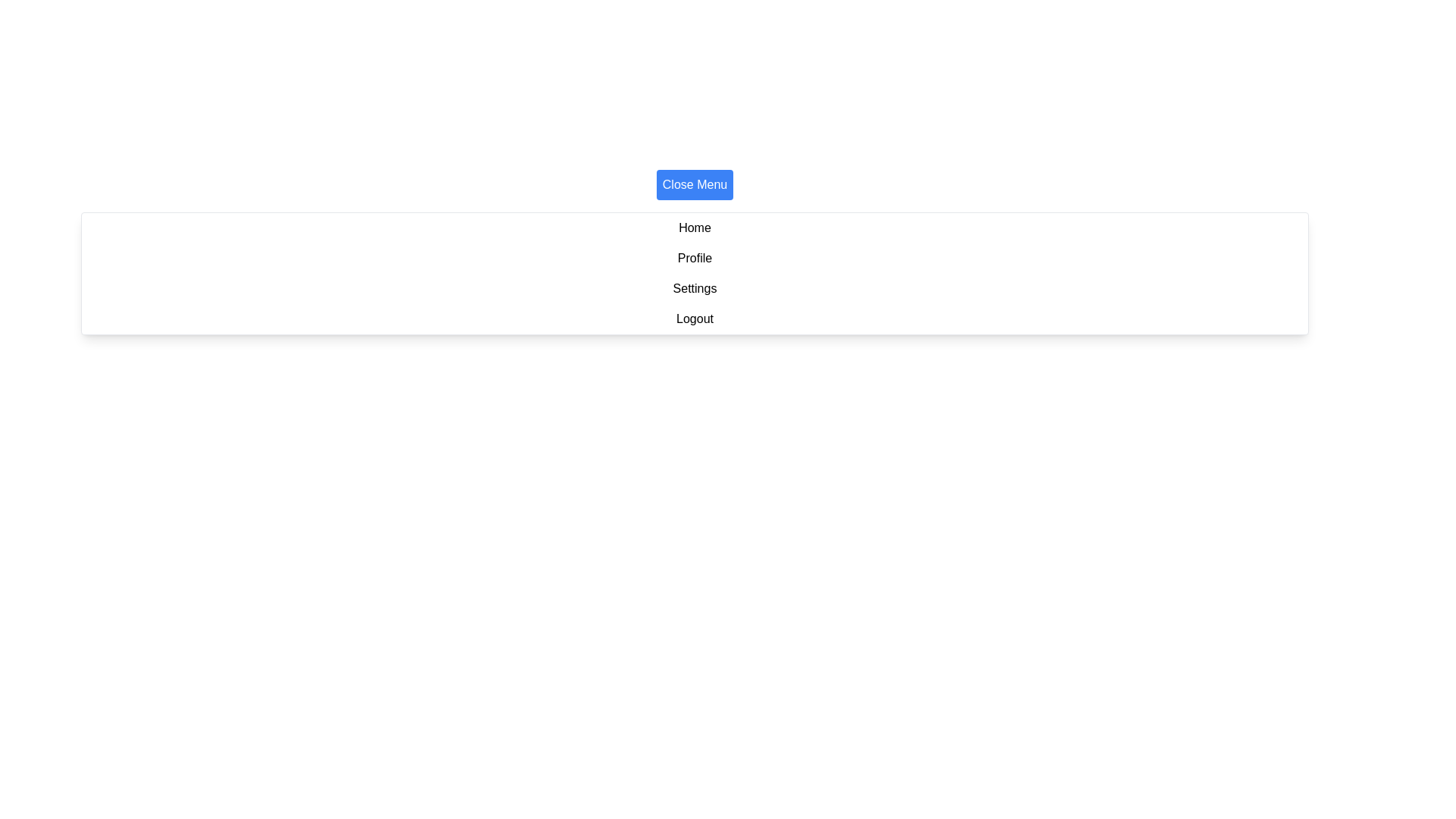 The height and width of the screenshot is (819, 1456). What do you see at coordinates (694, 318) in the screenshot?
I see `the logout button, which is the last option in the vertical menu below the 'Settings' option` at bounding box center [694, 318].